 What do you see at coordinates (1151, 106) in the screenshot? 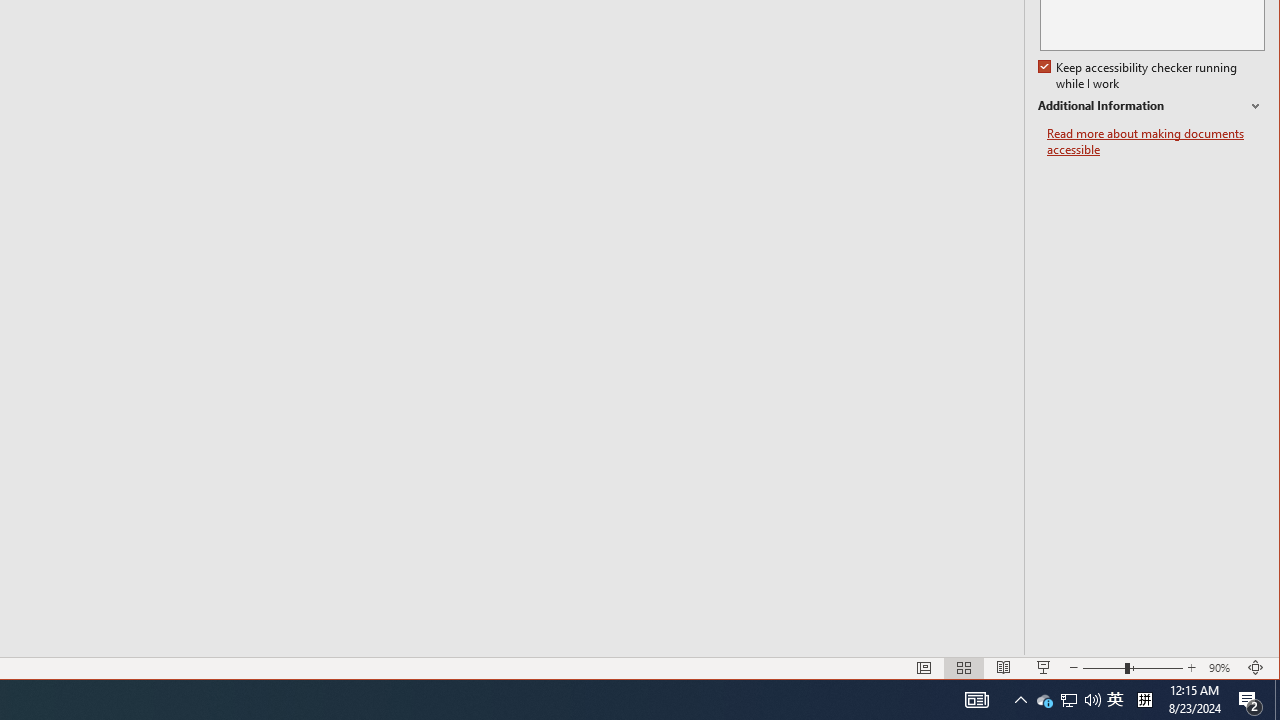
I see `'Additional Information'` at bounding box center [1151, 106].